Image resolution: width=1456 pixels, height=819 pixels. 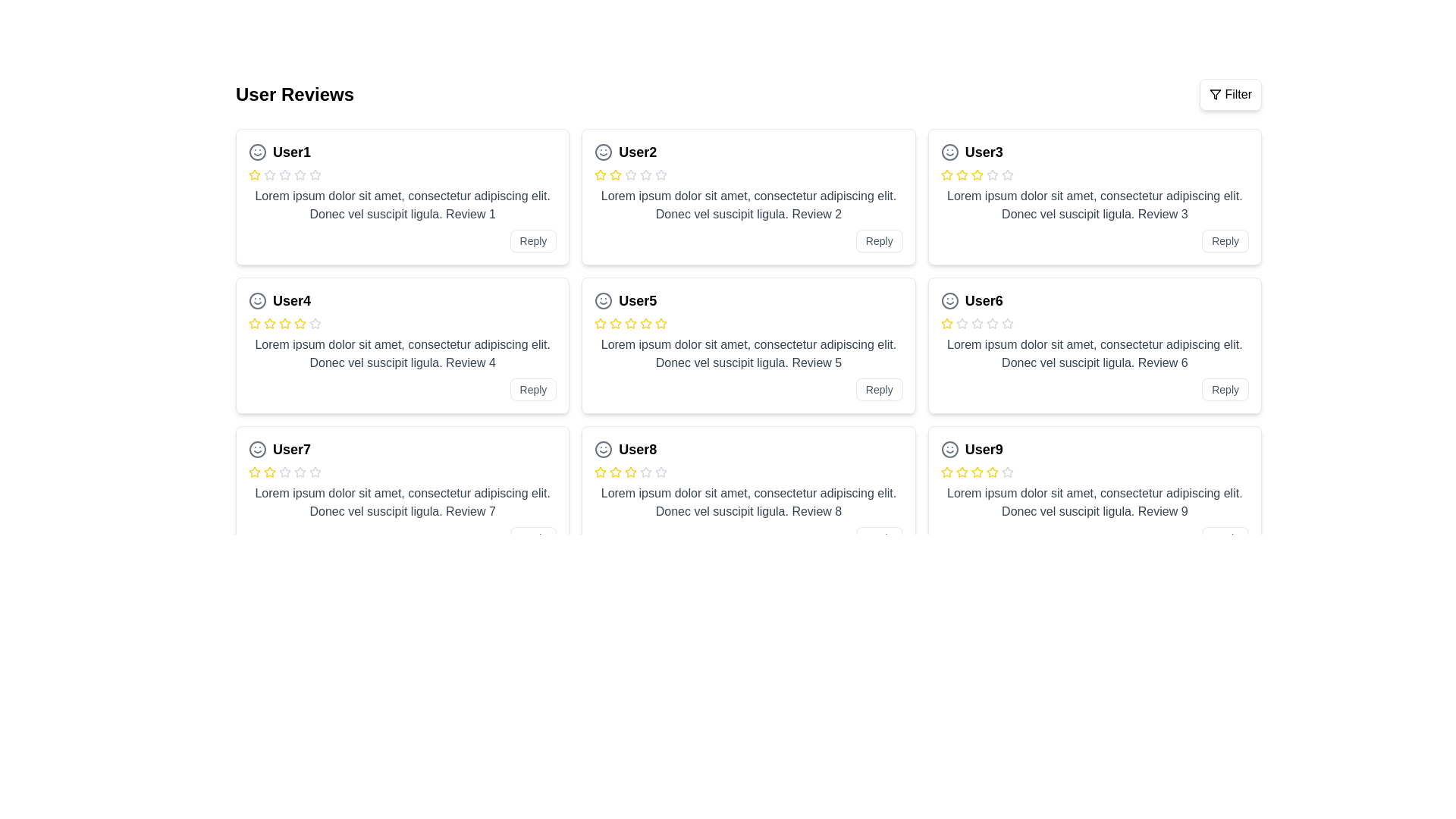 What do you see at coordinates (1216, 94) in the screenshot?
I see `the triangular filter icon located to the left of the 'Filter' label` at bounding box center [1216, 94].